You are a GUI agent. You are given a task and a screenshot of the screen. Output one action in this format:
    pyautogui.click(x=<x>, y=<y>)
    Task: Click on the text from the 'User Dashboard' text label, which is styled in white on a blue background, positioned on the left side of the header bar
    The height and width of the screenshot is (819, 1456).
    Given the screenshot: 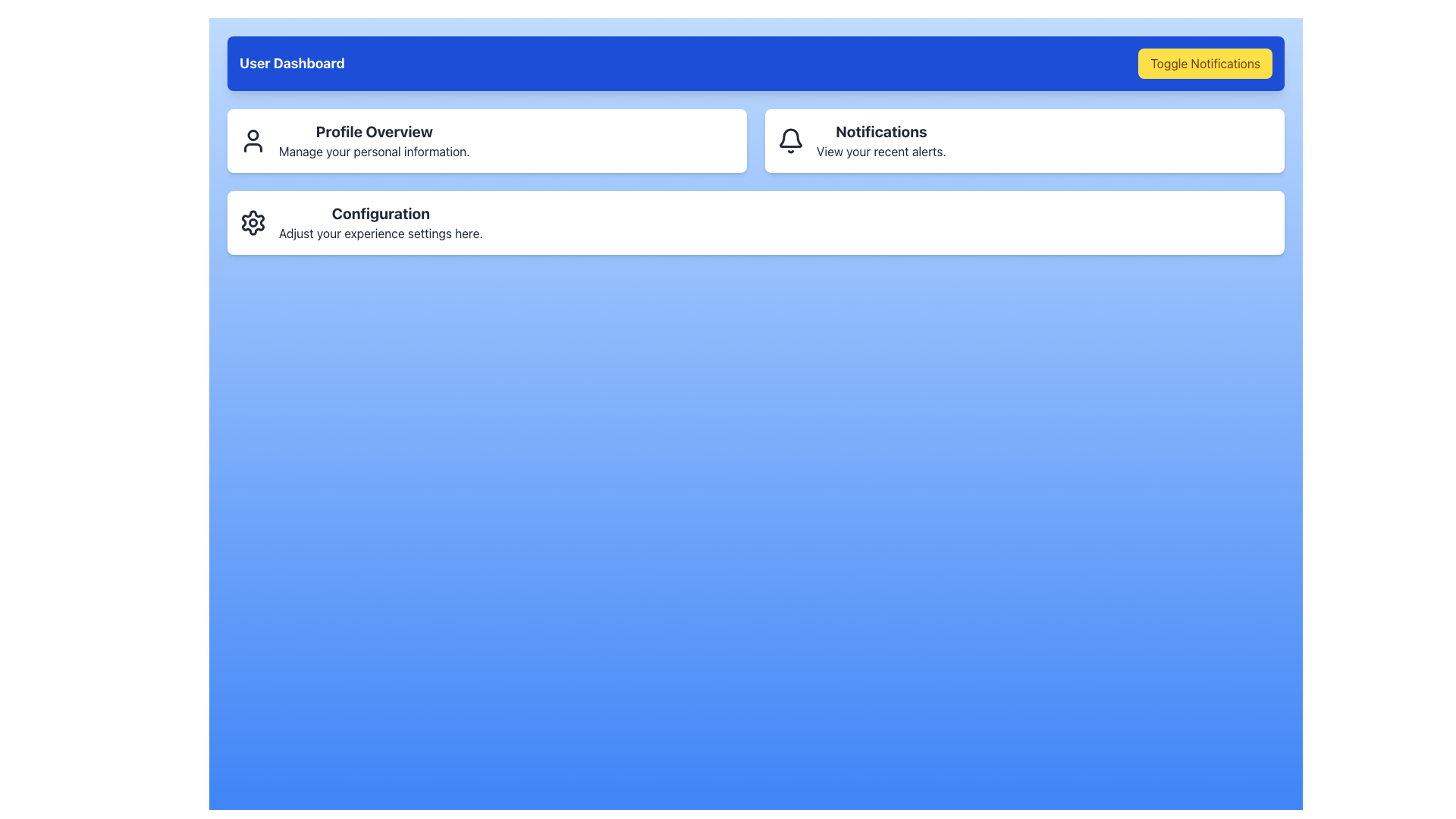 What is the action you would take?
    pyautogui.click(x=292, y=63)
    